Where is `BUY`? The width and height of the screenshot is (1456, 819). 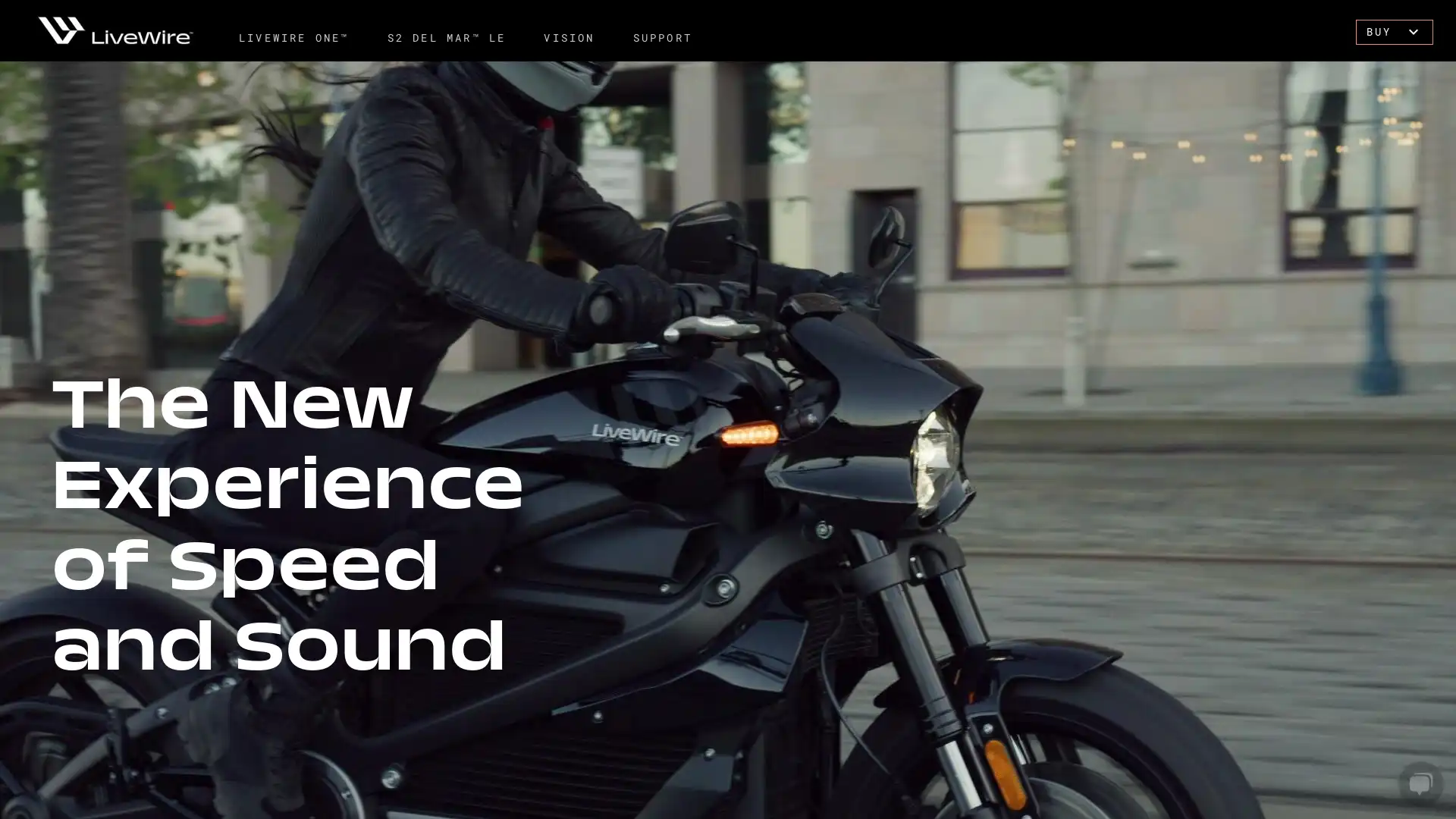 BUY is located at coordinates (1388, 31).